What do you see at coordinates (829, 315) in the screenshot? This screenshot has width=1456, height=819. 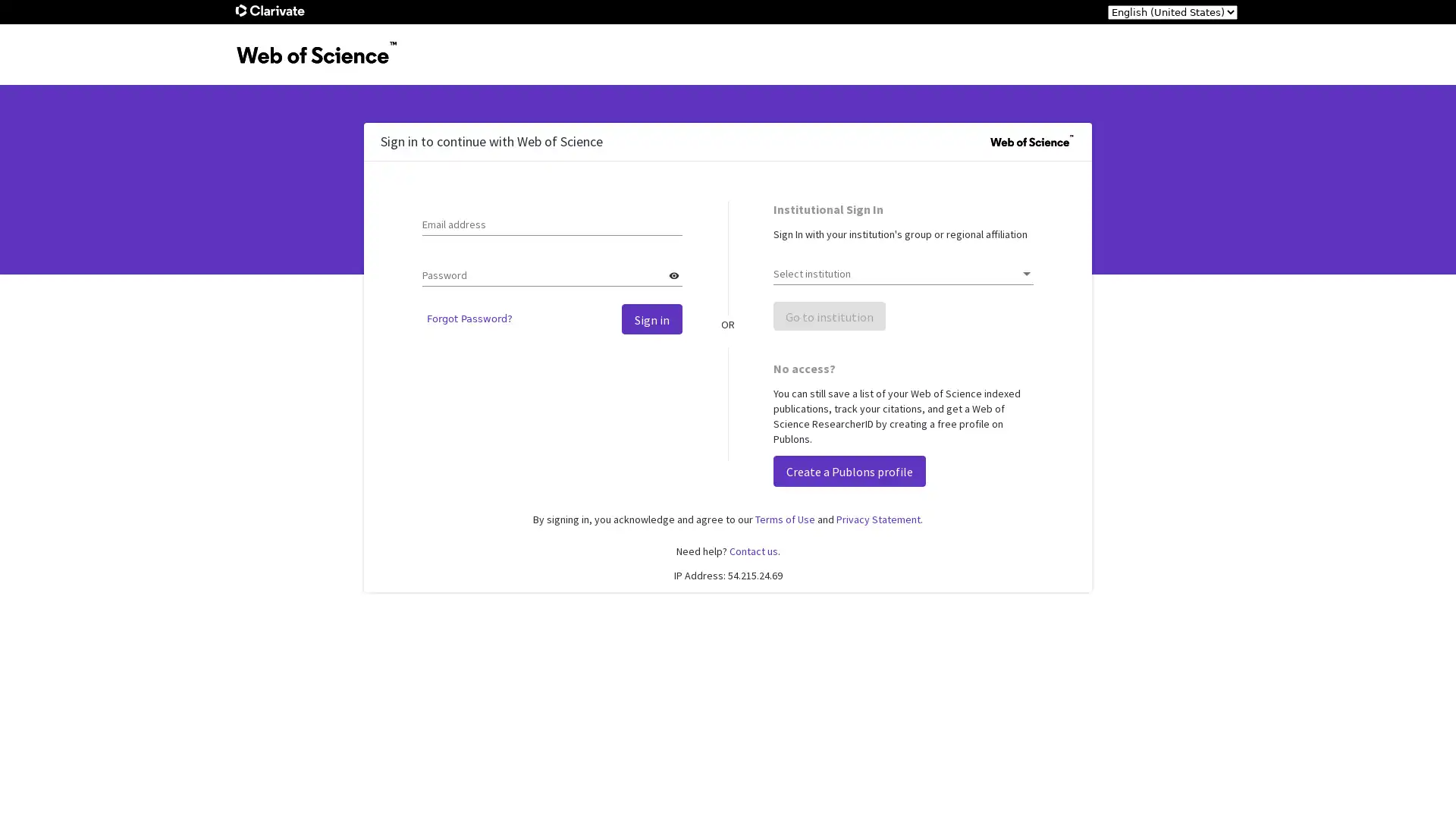 I see `Go to institution` at bounding box center [829, 315].